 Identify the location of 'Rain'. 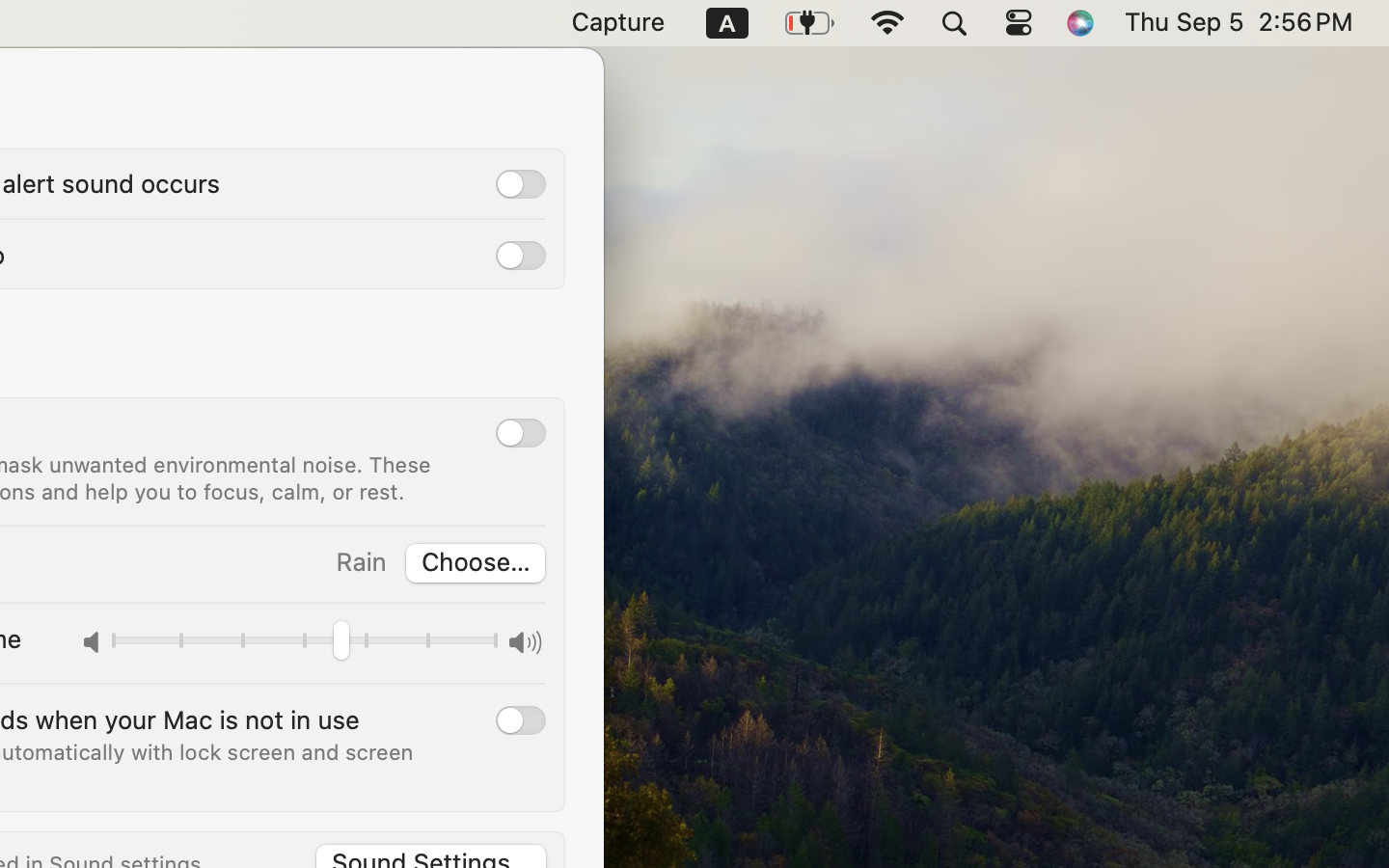
(359, 561).